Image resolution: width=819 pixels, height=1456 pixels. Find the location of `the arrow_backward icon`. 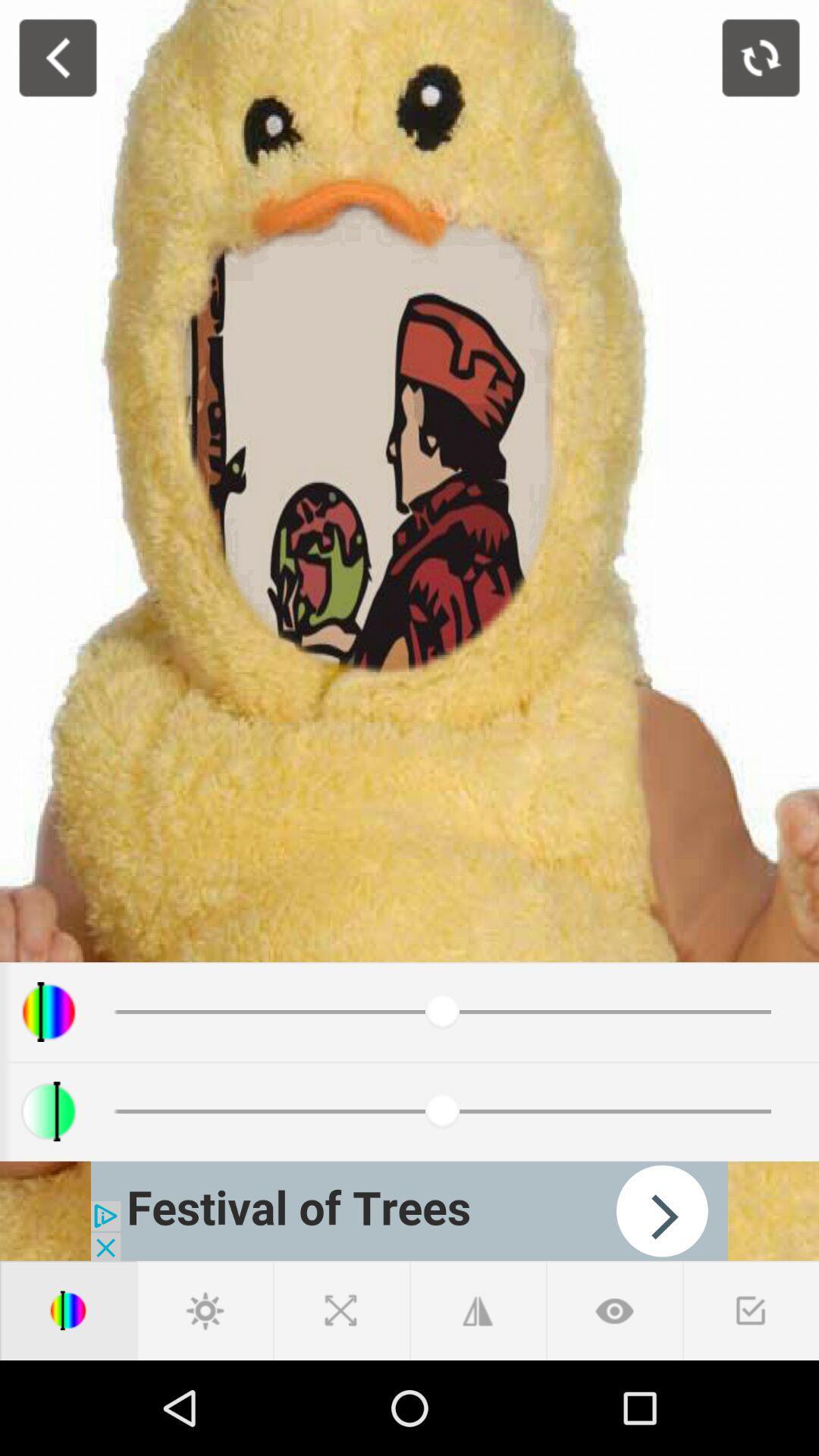

the arrow_backward icon is located at coordinates (57, 58).